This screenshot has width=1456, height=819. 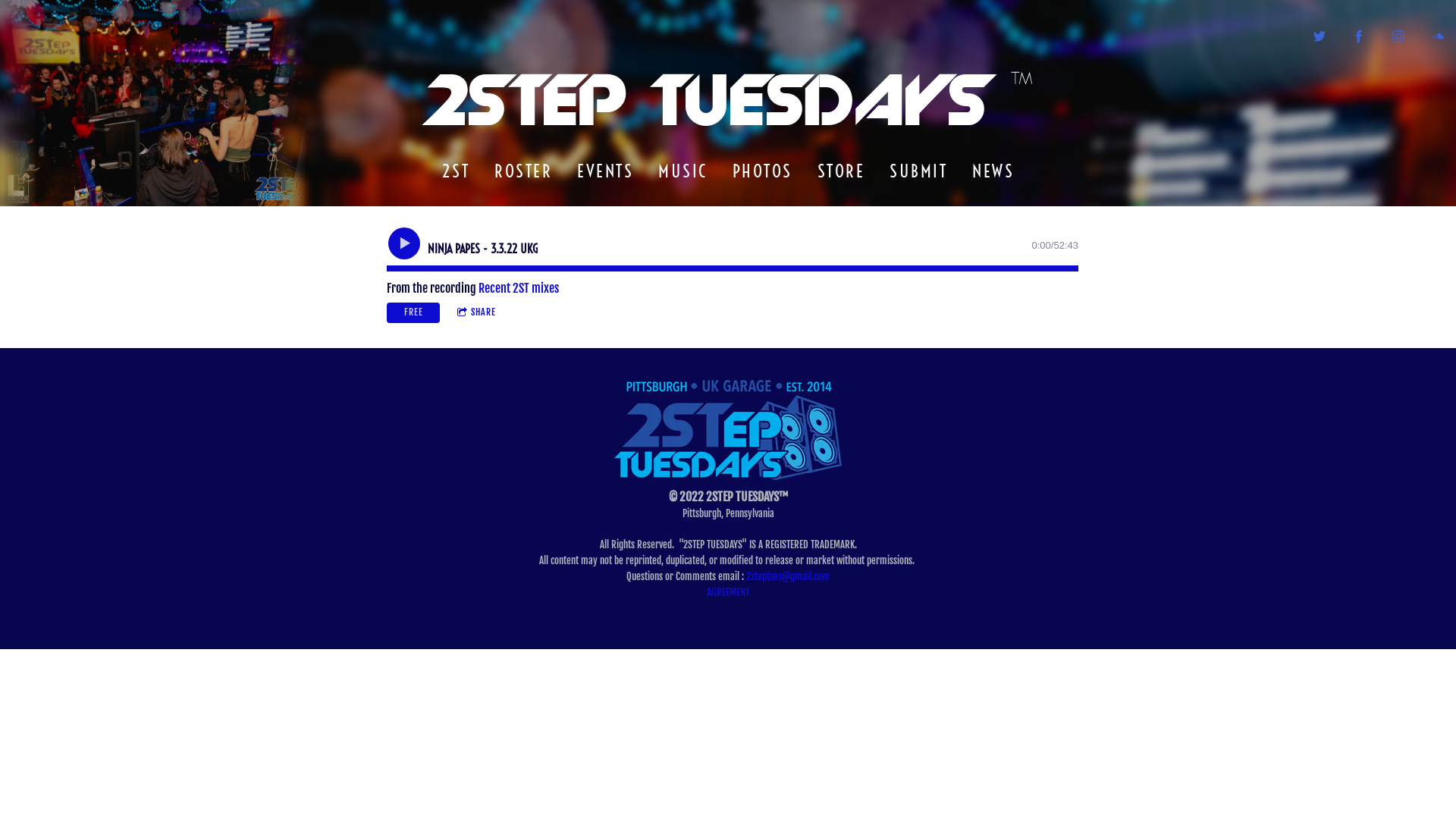 What do you see at coordinates (395, 242) in the screenshot?
I see `'Play'` at bounding box center [395, 242].